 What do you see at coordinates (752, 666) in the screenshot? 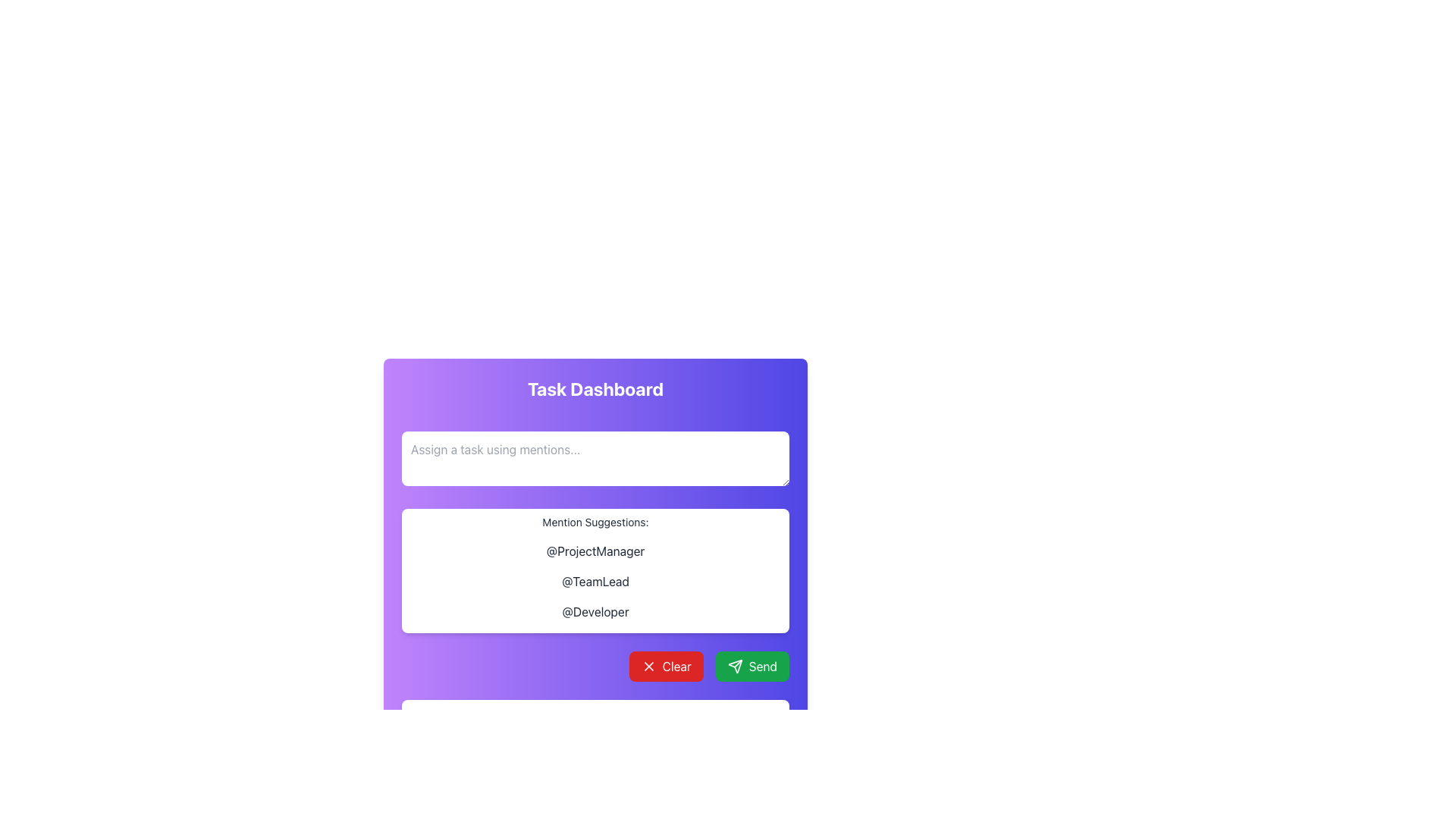
I see `the green 'Send' button with rounded corners, located at the bottom-right corner of the interface` at bounding box center [752, 666].